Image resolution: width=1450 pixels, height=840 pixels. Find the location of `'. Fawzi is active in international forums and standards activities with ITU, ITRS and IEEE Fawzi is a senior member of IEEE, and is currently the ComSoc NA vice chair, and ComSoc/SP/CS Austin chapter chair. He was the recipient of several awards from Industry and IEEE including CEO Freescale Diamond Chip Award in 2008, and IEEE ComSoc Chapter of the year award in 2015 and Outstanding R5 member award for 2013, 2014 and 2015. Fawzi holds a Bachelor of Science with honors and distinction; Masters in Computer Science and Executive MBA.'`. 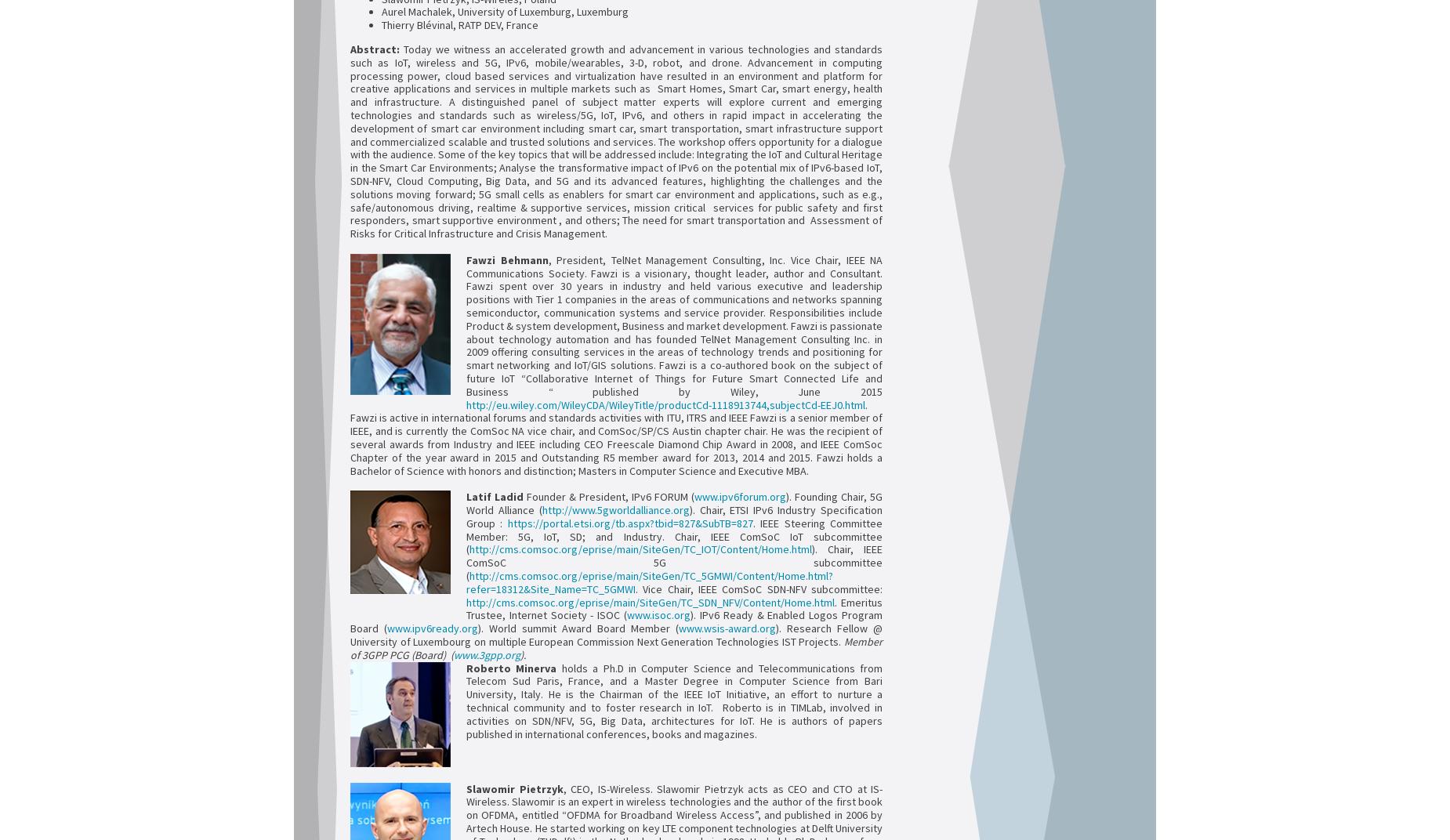

'. Fawzi is active in international forums and standards activities with ITU, ITRS and IEEE Fawzi is a senior member of IEEE, and is currently the ComSoc NA vice chair, and ComSoc/SP/CS Austin chapter chair. He was the recipient of several awards from Industry and IEEE including CEO Freescale Diamond Chip Award in 2008, and IEEE ComSoc Chapter of the year award in 2015 and Outstanding R5 member award for 2013, 2014 and 2015. Fawzi holds a Bachelor of Science with honors and distinction; Masters in Computer Science and Executive MBA.' is located at coordinates (616, 436).